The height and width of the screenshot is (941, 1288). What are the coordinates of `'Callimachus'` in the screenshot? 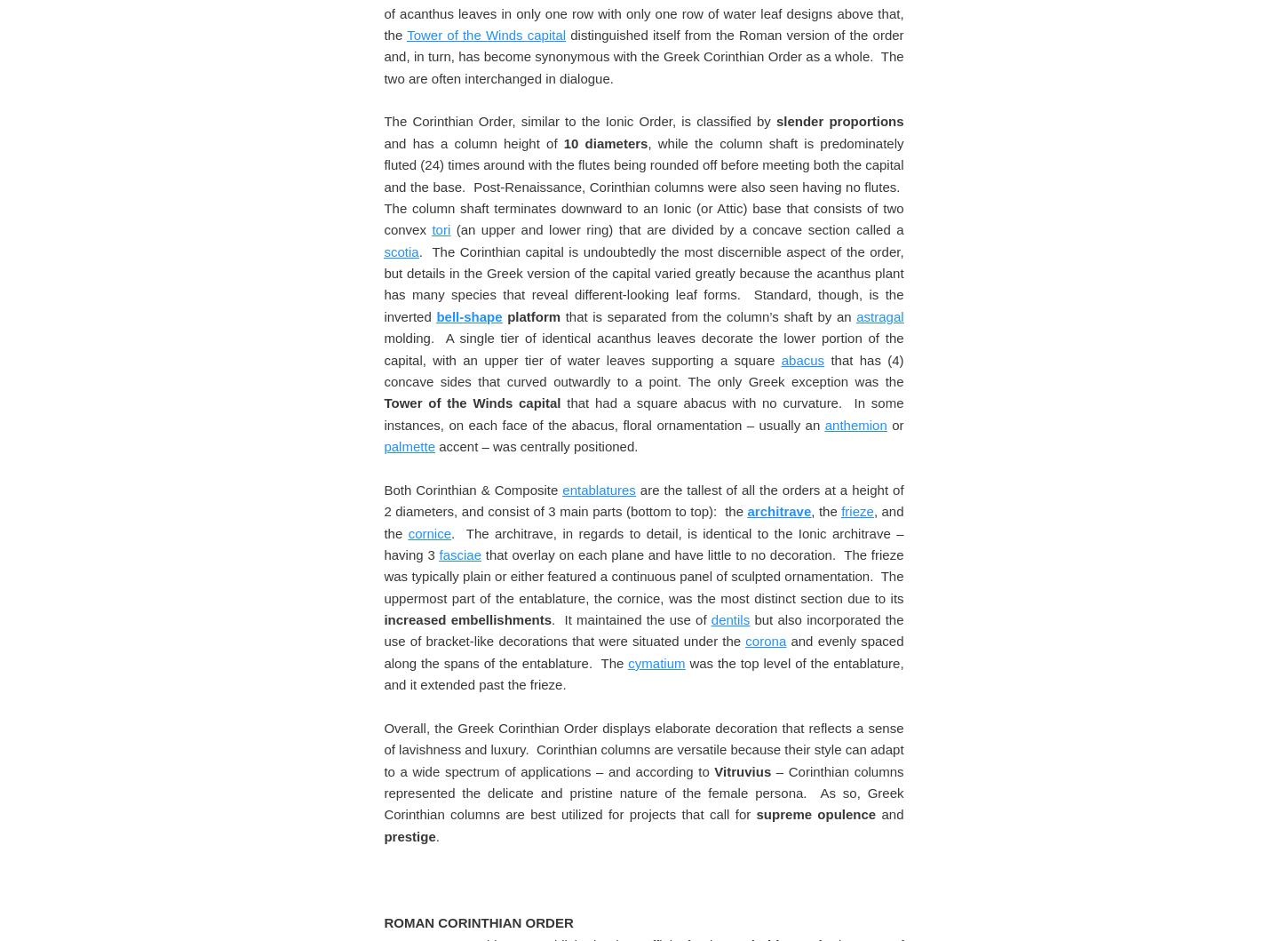 It's located at (543, 131).